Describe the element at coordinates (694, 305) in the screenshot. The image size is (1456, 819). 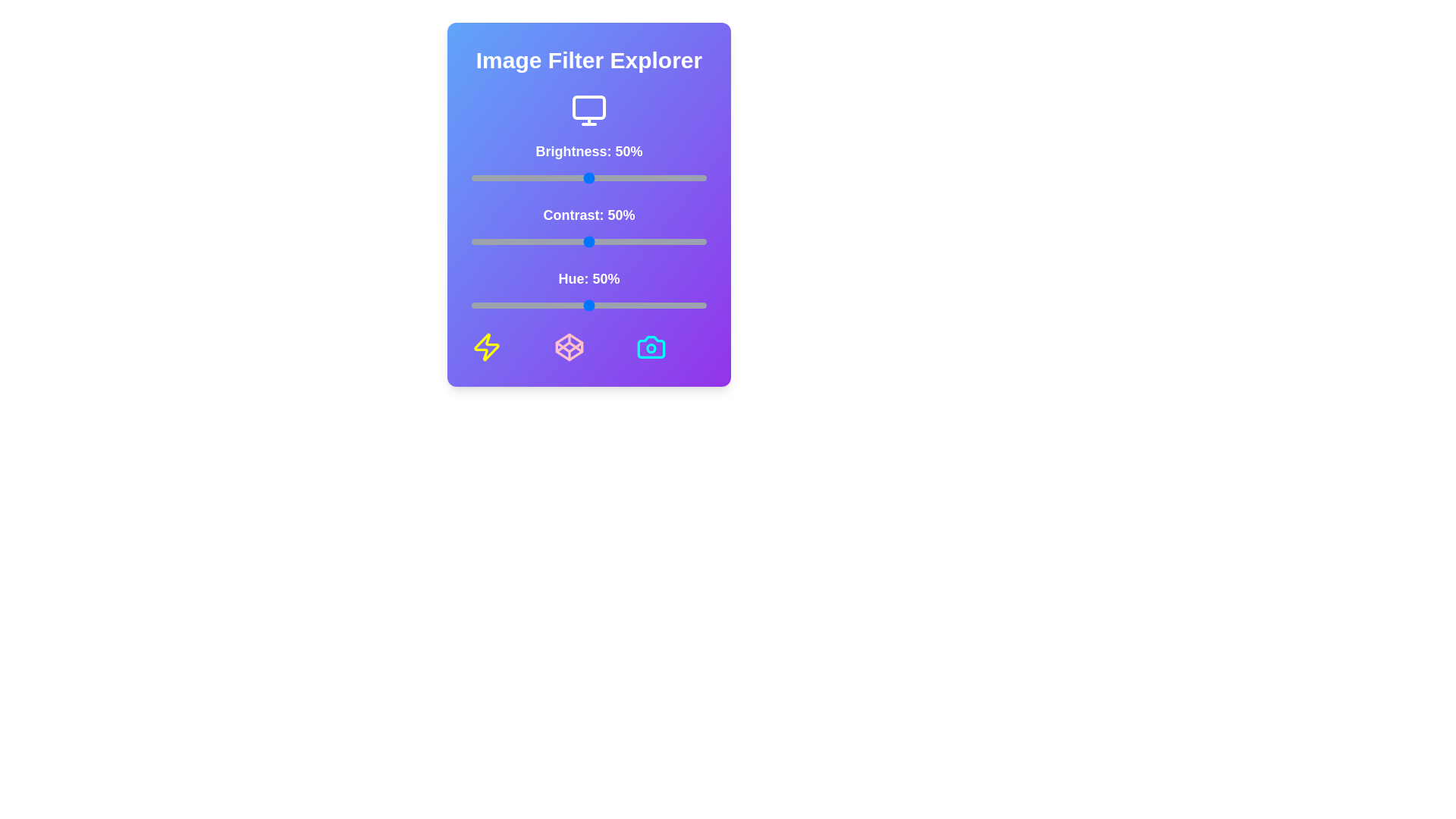
I see `the hue slider to 95%` at that location.